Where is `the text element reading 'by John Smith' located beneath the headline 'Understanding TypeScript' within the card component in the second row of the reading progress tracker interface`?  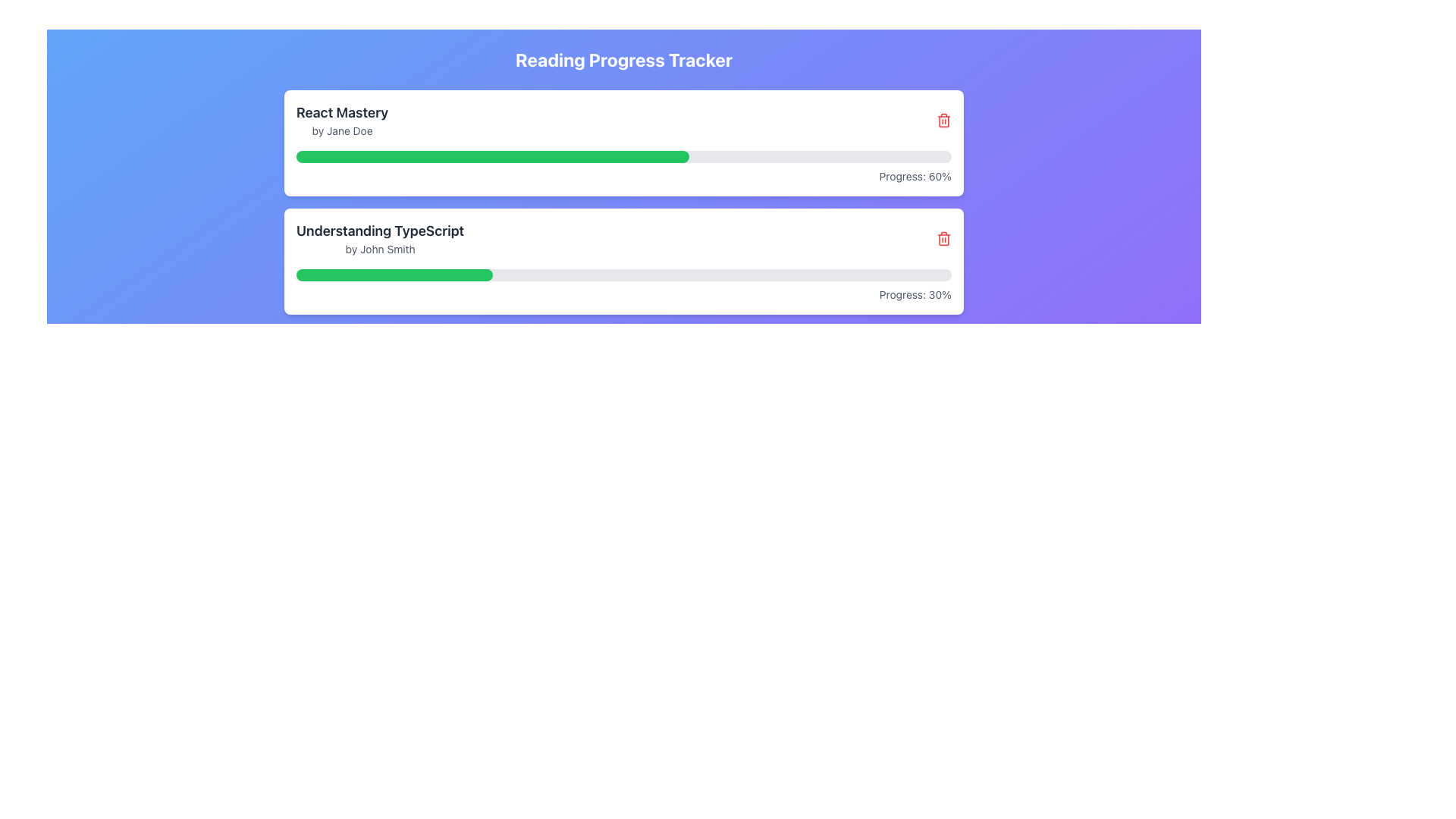
the text element reading 'by John Smith' located beneath the headline 'Understanding TypeScript' within the card component in the second row of the reading progress tracker interface is located at coordinates (380, 248).